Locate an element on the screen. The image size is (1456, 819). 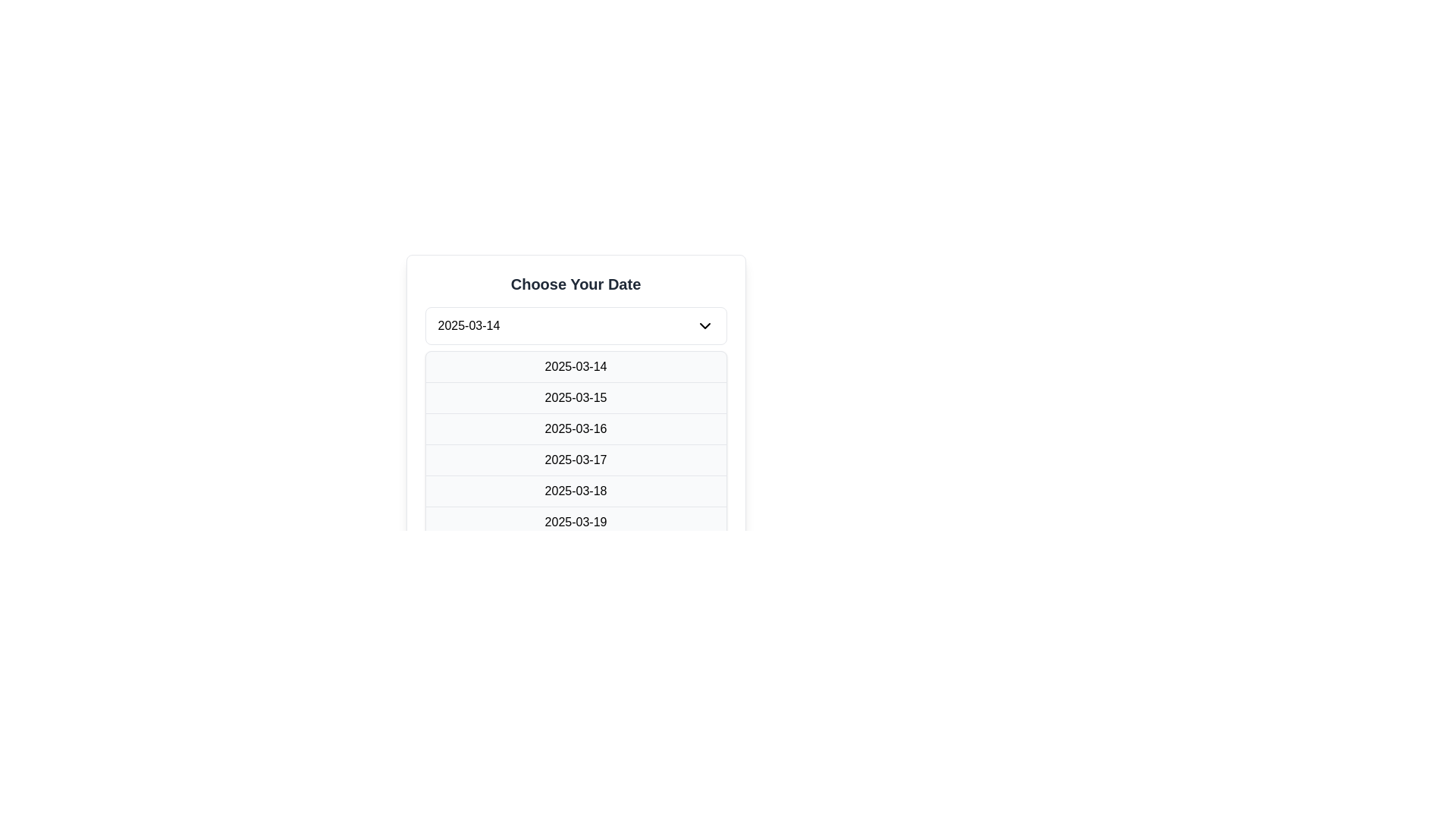
the dropdown menu displaying '2025-03-14' is located at coordinates (575, 325).